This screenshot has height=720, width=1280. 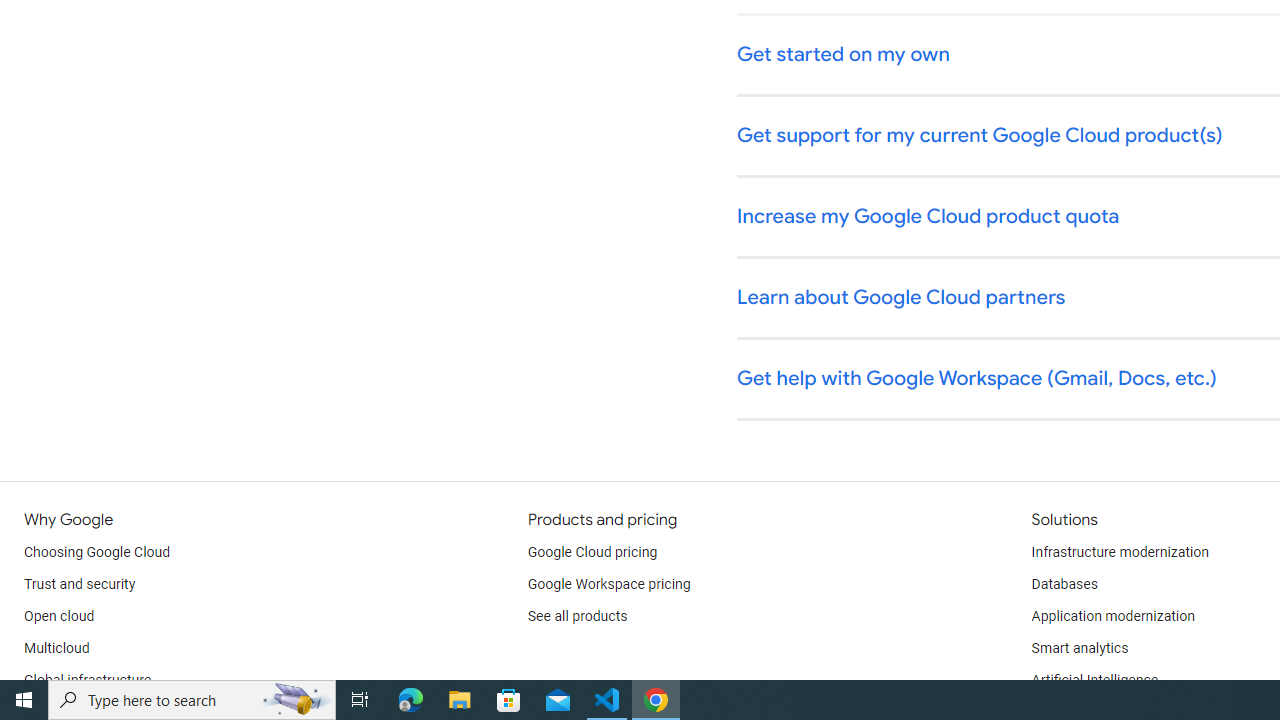 What do you see at coordinates (1063, 585) in the screenshot?
I see `'Databases'` at bounding box center [1063, 585].